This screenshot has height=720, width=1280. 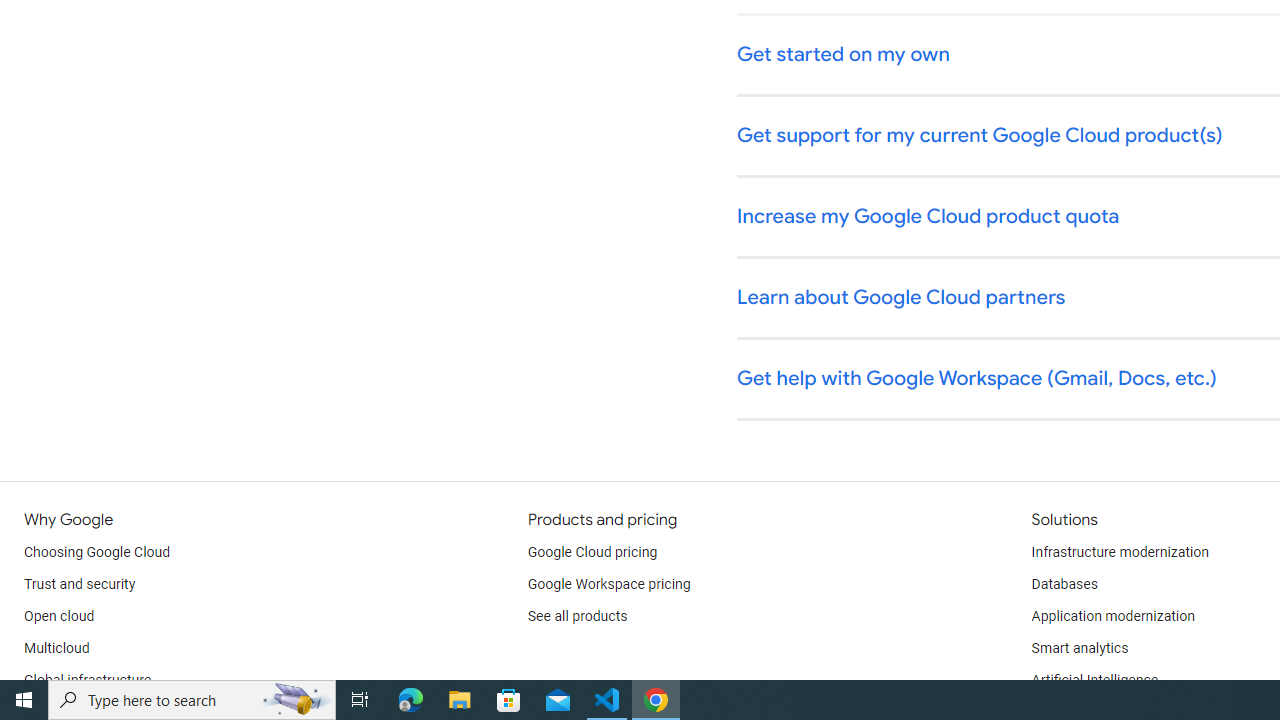 What do you see at coordinates (1063, 585) in the screenshot?
I see `'Databases'` at bounding box center [1063, 585].